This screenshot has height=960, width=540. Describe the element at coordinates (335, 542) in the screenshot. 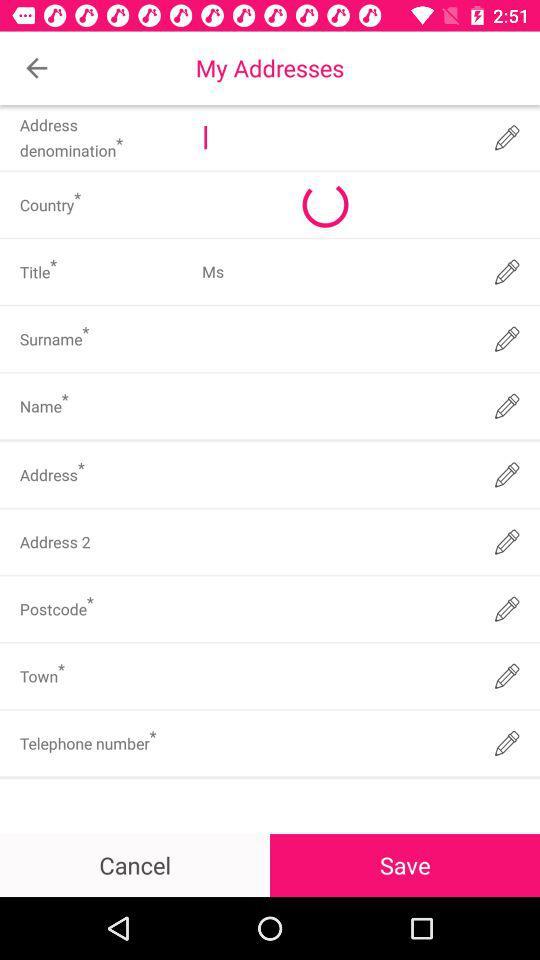

I see `address 2` at that location.